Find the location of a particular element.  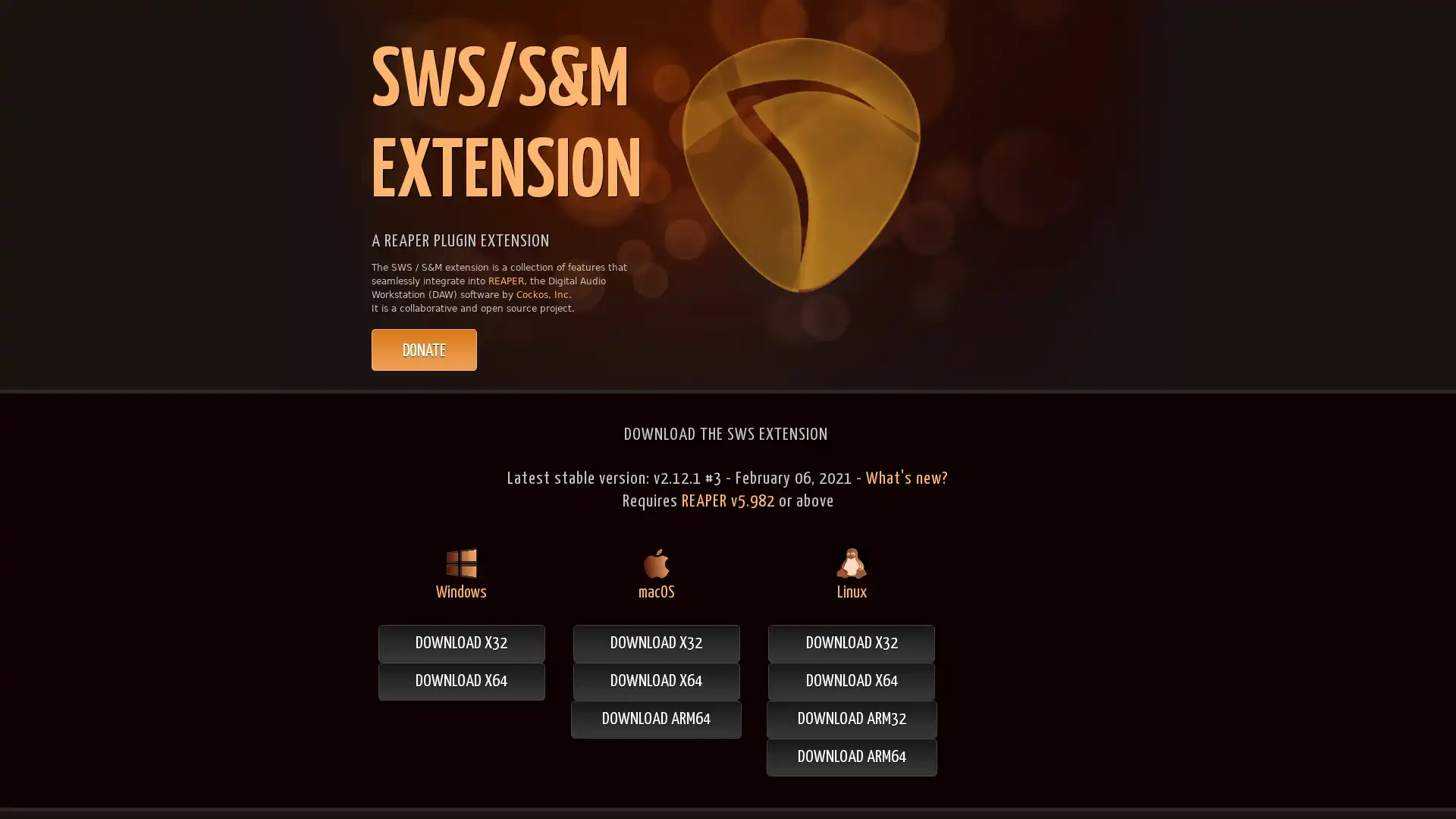

DOWNLOAD X64 is located at coordinates (971, 680).